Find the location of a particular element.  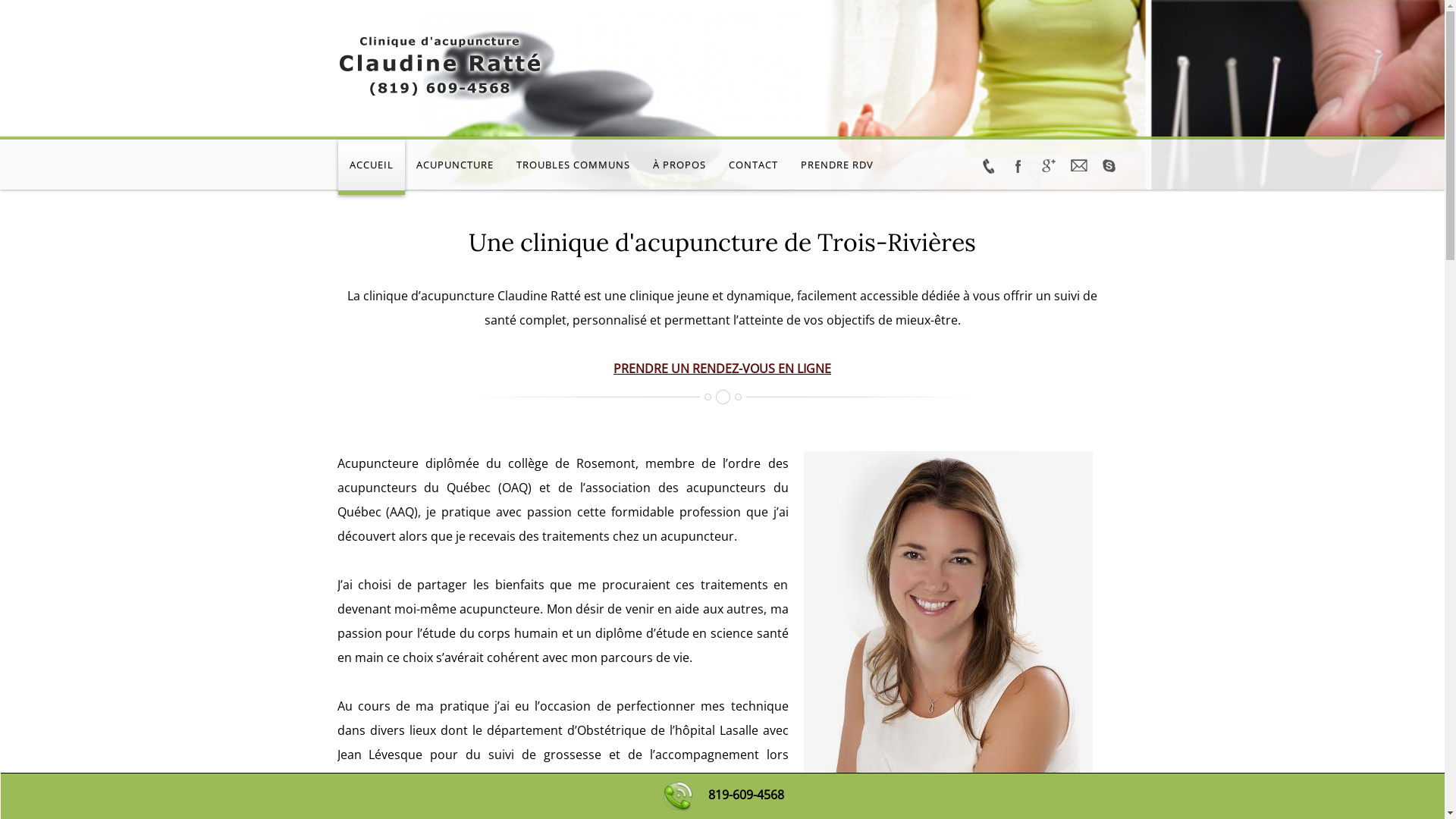

'Google+' is located at coordinates (1047, 166).